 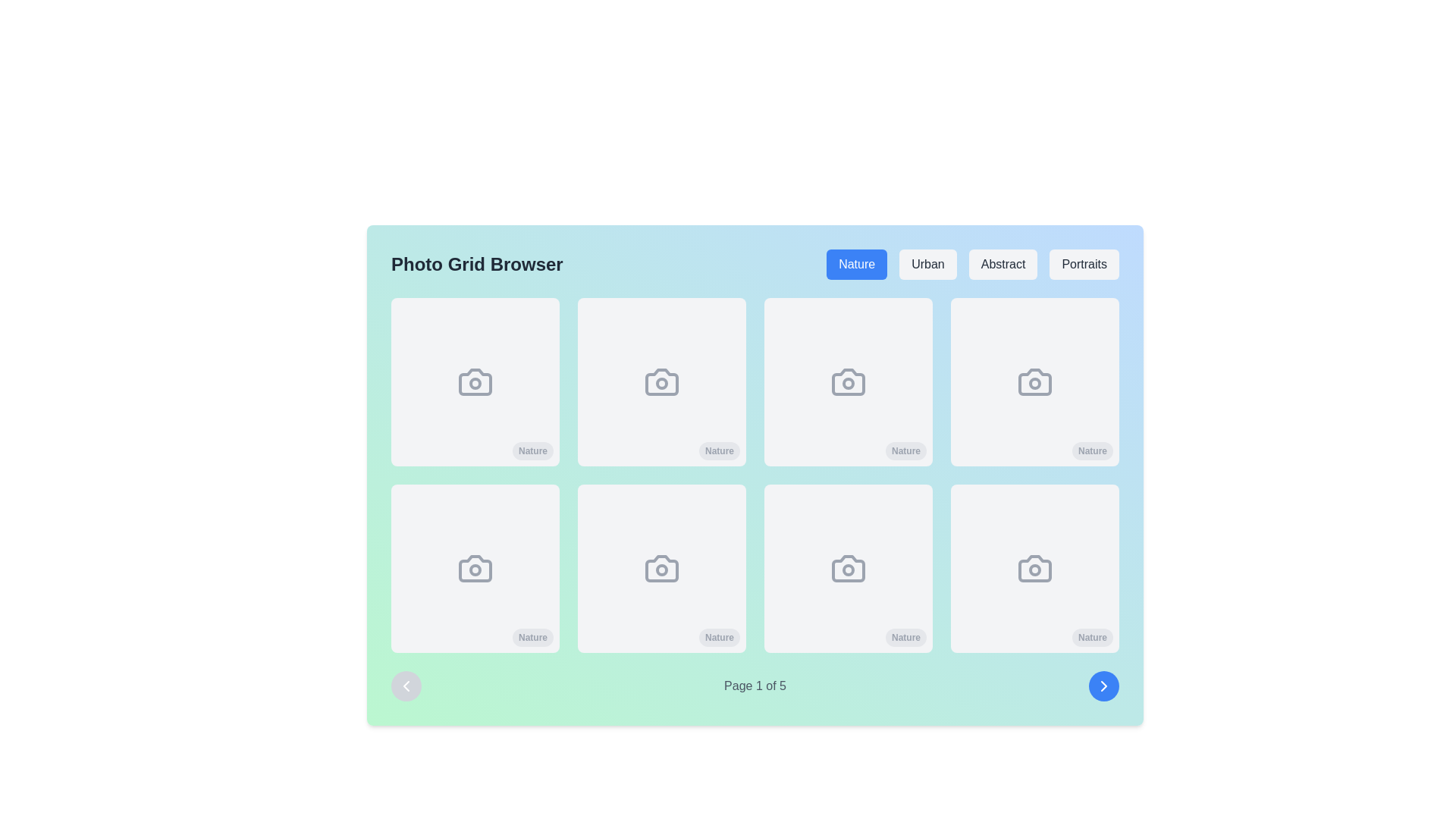 What do you see at coordinates (847, 381) in the screenshot?
I see `the Image grid cell with label in the 'Nature' category, located in the second row and third column of the grid layout` at bounding box center [847, 381].